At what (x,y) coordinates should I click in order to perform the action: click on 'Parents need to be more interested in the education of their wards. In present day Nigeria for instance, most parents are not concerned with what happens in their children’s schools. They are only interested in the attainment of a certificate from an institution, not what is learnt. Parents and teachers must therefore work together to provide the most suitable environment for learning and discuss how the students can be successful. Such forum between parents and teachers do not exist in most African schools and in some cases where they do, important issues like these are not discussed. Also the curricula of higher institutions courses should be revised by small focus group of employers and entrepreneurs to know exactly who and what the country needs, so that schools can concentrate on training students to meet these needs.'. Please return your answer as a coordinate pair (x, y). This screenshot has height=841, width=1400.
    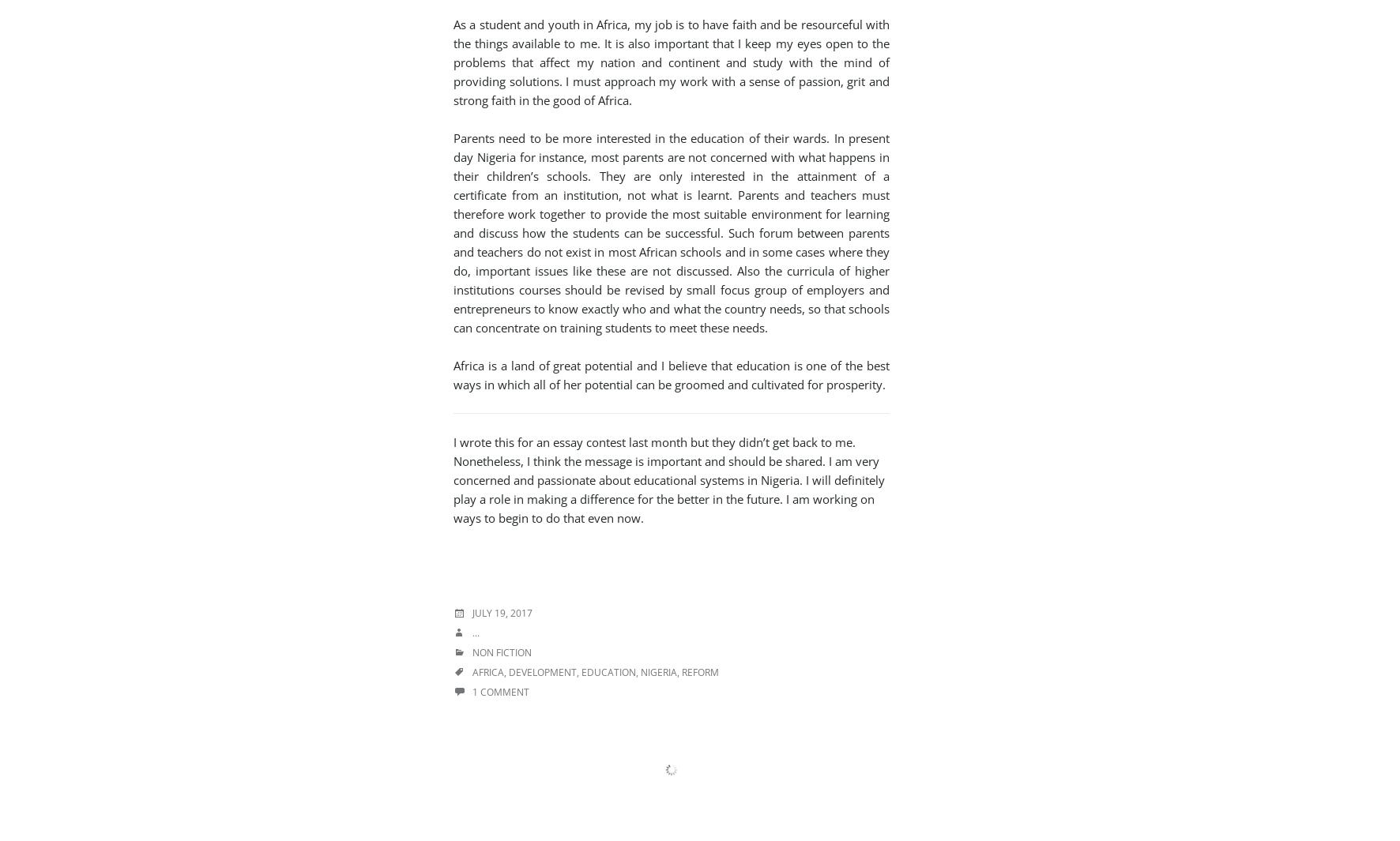
    Looking at the image, I should click on (672, 232).